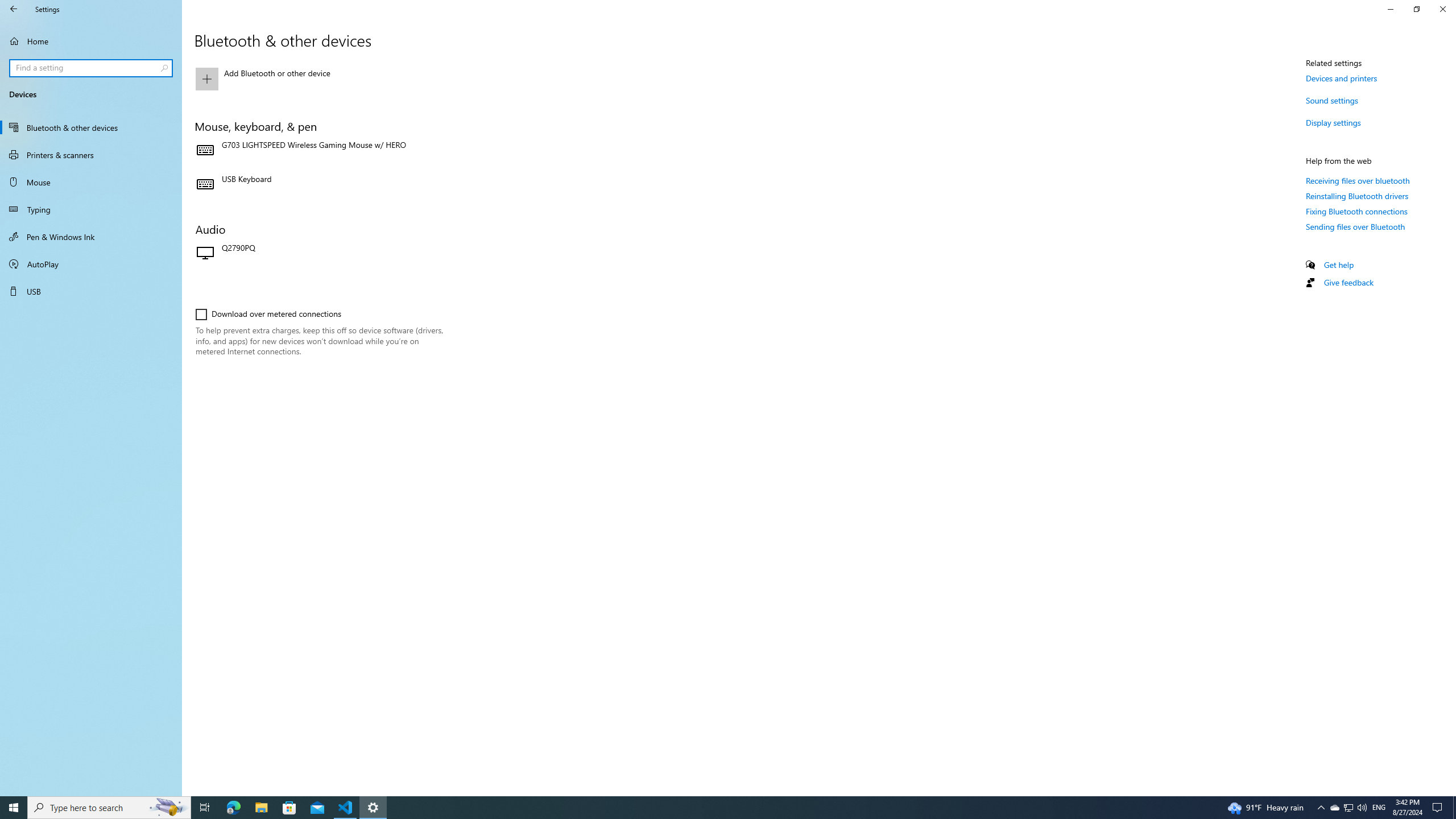  What do you see at coordinates (1357, 196) in the screenshot?
I see `'Reinstalling Bluetooth drivers'` at bounding box center [1357, 196].